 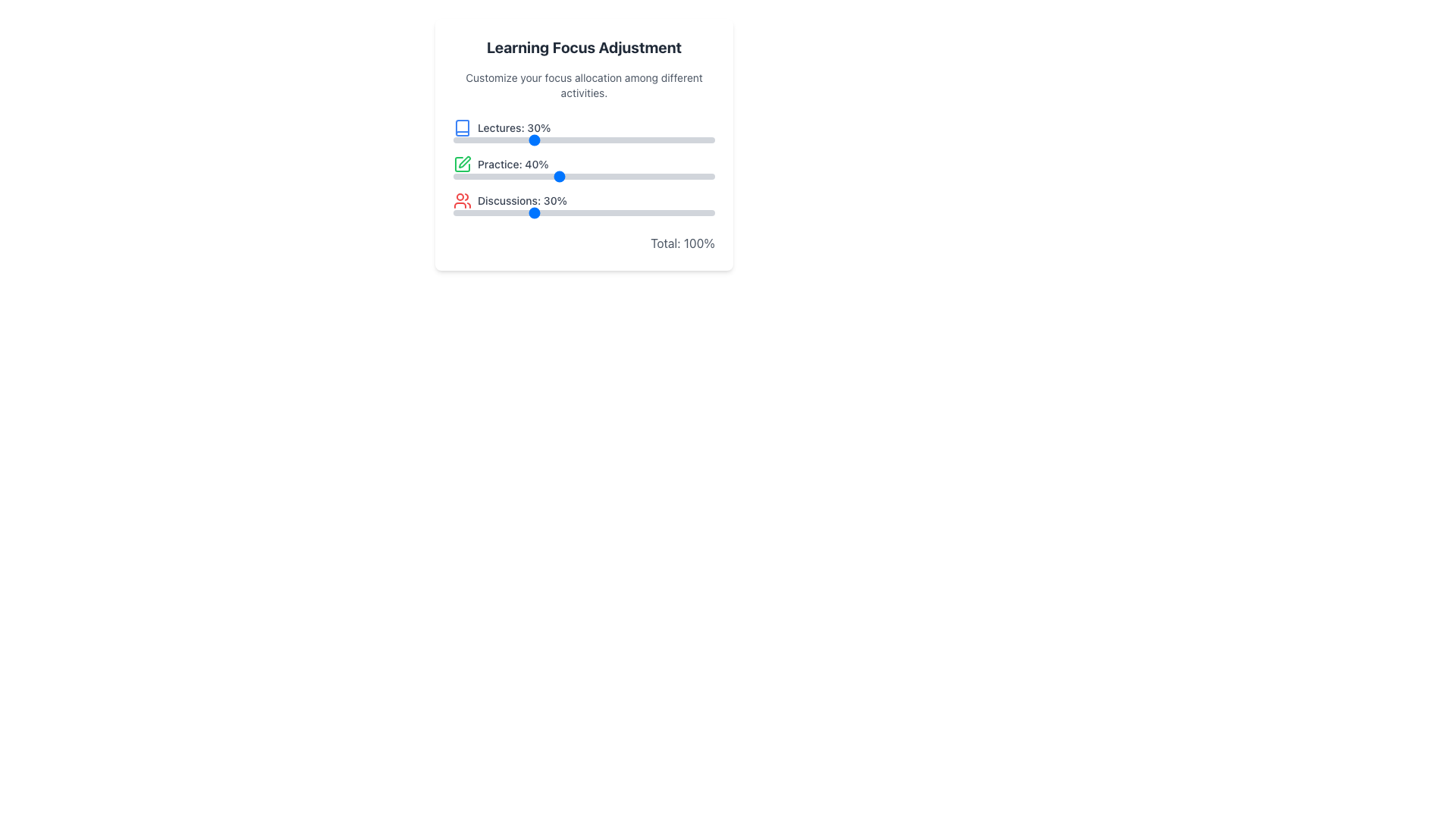 I want to click on the range slider bar to set a new value for the 'Practice' percentage allocation, currently set at 40%, so click(x=583, y=175).